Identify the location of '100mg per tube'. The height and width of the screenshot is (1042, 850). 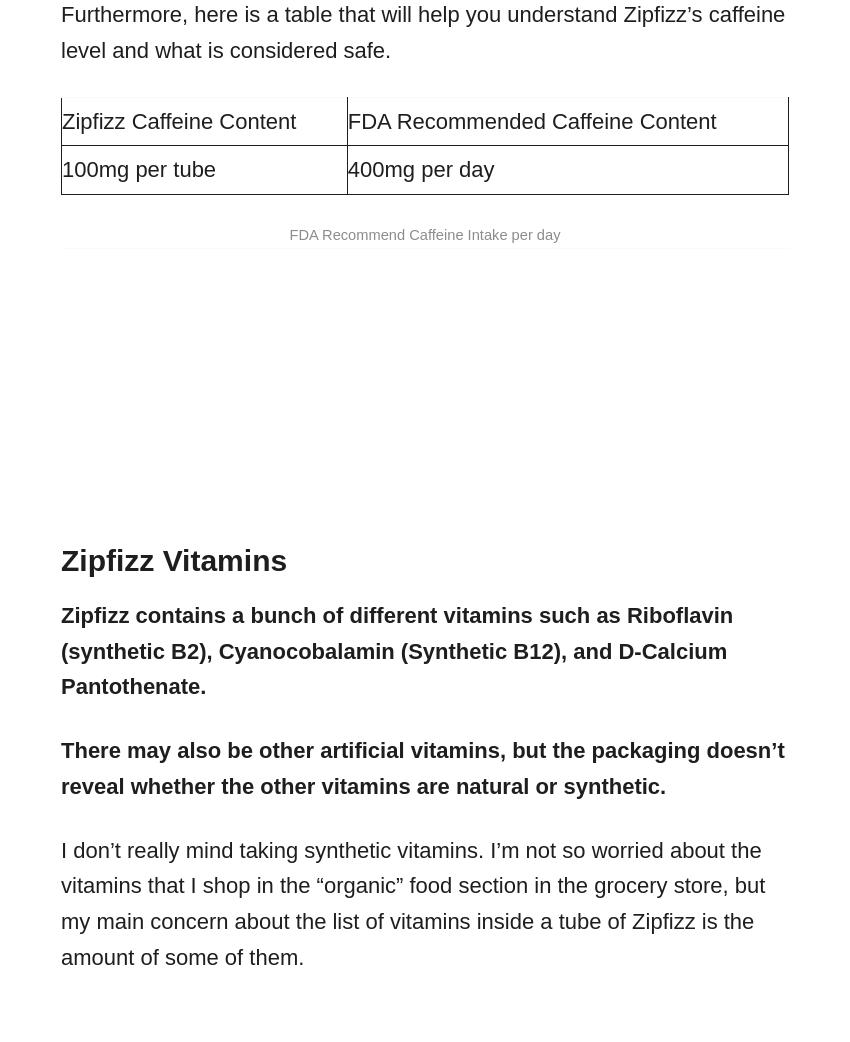
(138, 169).